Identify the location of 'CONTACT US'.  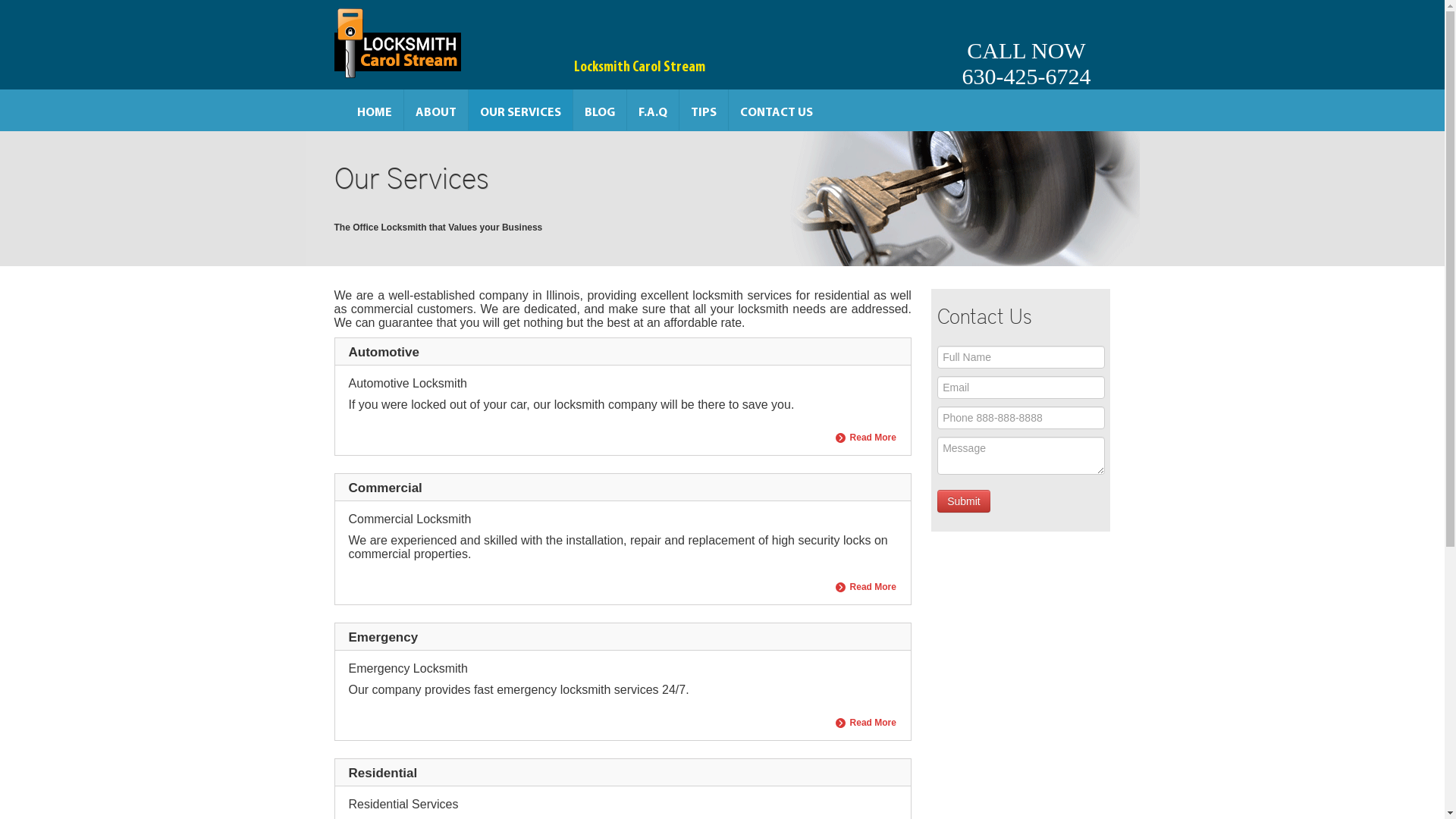
(728, 109).